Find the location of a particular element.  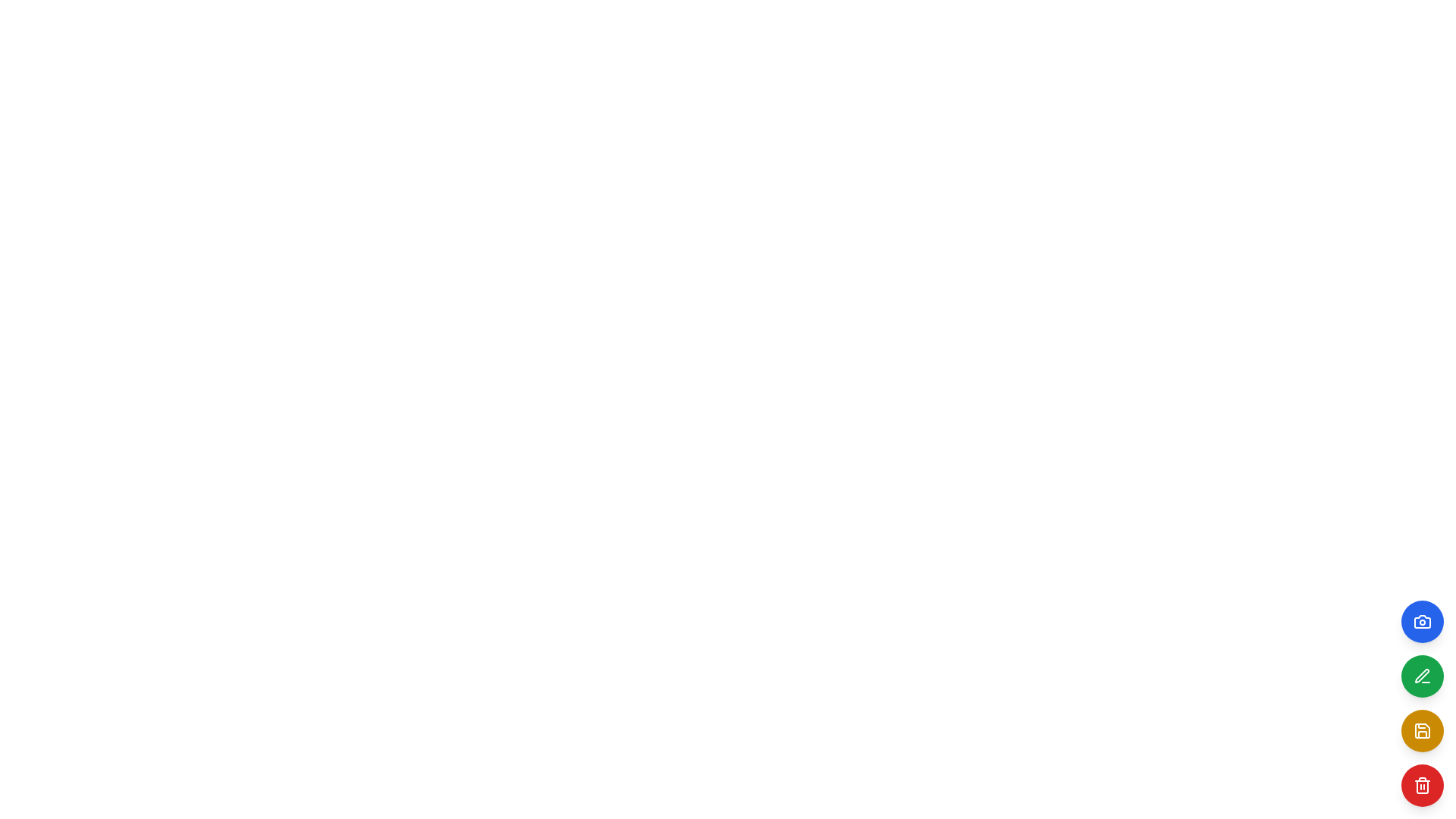

the interactive editing button located in the second position of a vertical stack, below the blue camera icon and above the golden save icon is located at coordinates (1422, 675).